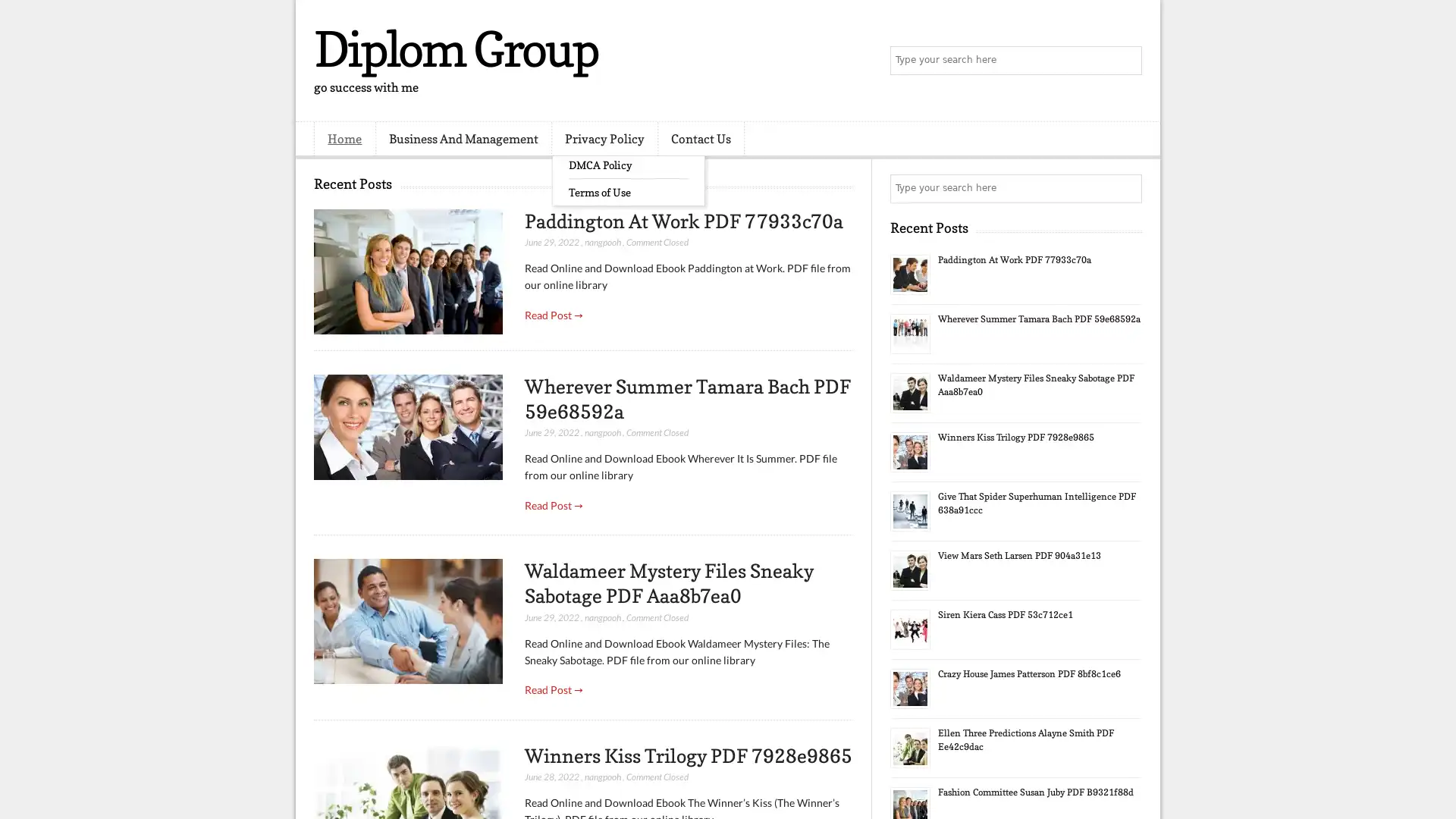  Describe the element at coordinates (1126, 188) in the screenshot. I see `Search` at that location.